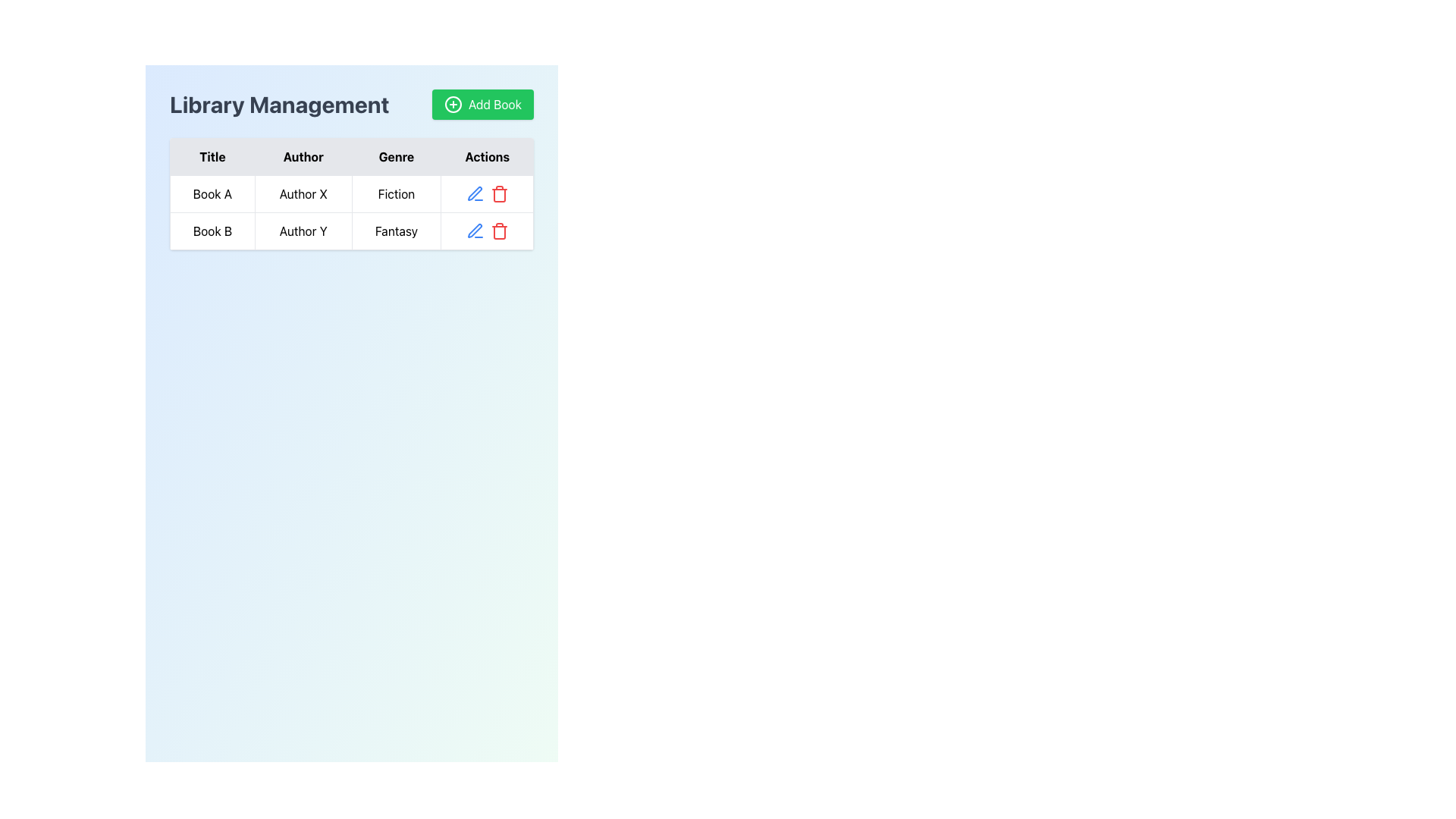 The image size is (1456, 819). I want to click on the red trash can icon located in the 'Actions' column of the library management table, specifically in the second row, so click(498, 193).